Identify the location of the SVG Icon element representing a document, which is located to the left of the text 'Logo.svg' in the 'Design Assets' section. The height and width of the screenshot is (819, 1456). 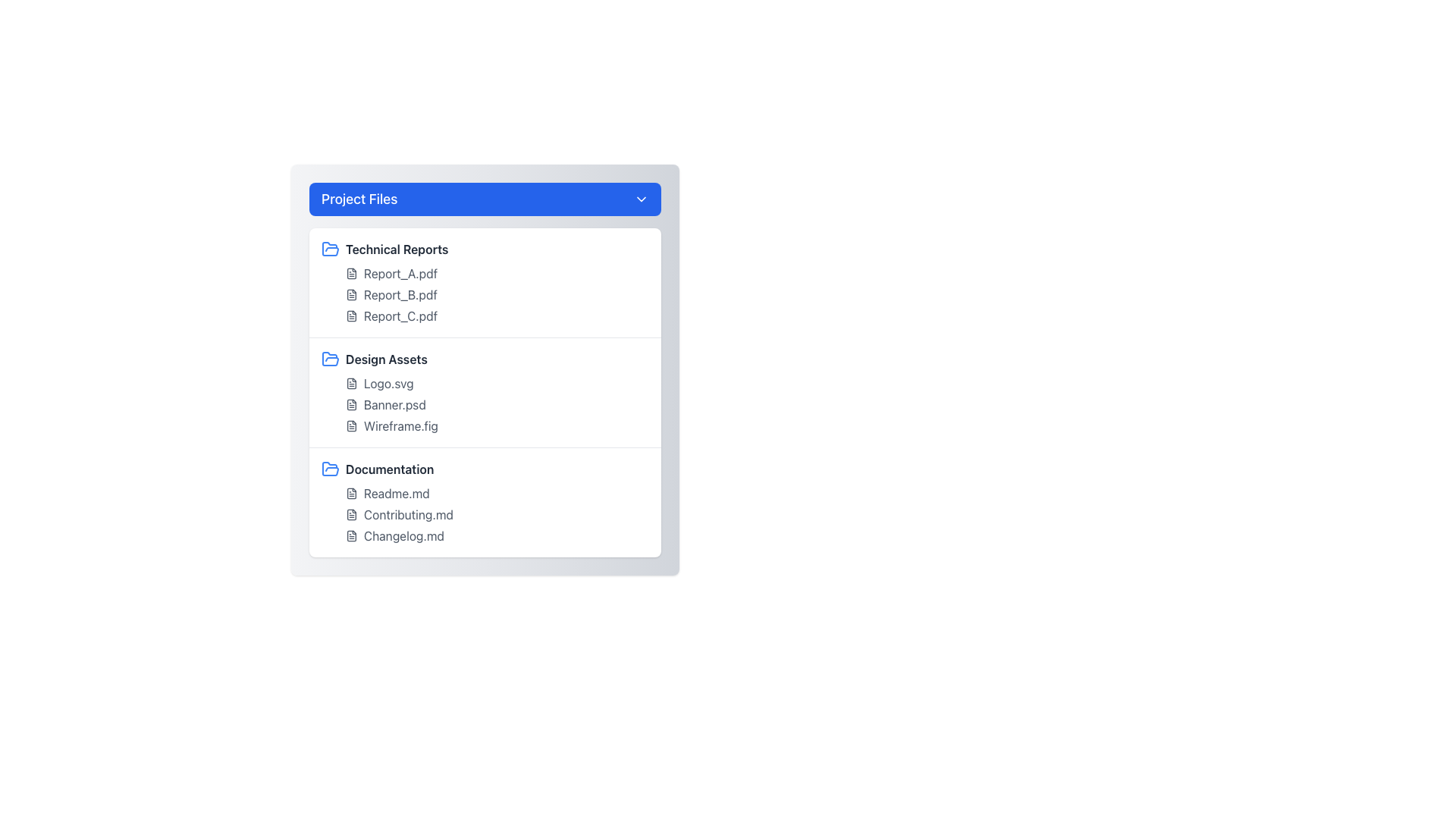
(351, 382).